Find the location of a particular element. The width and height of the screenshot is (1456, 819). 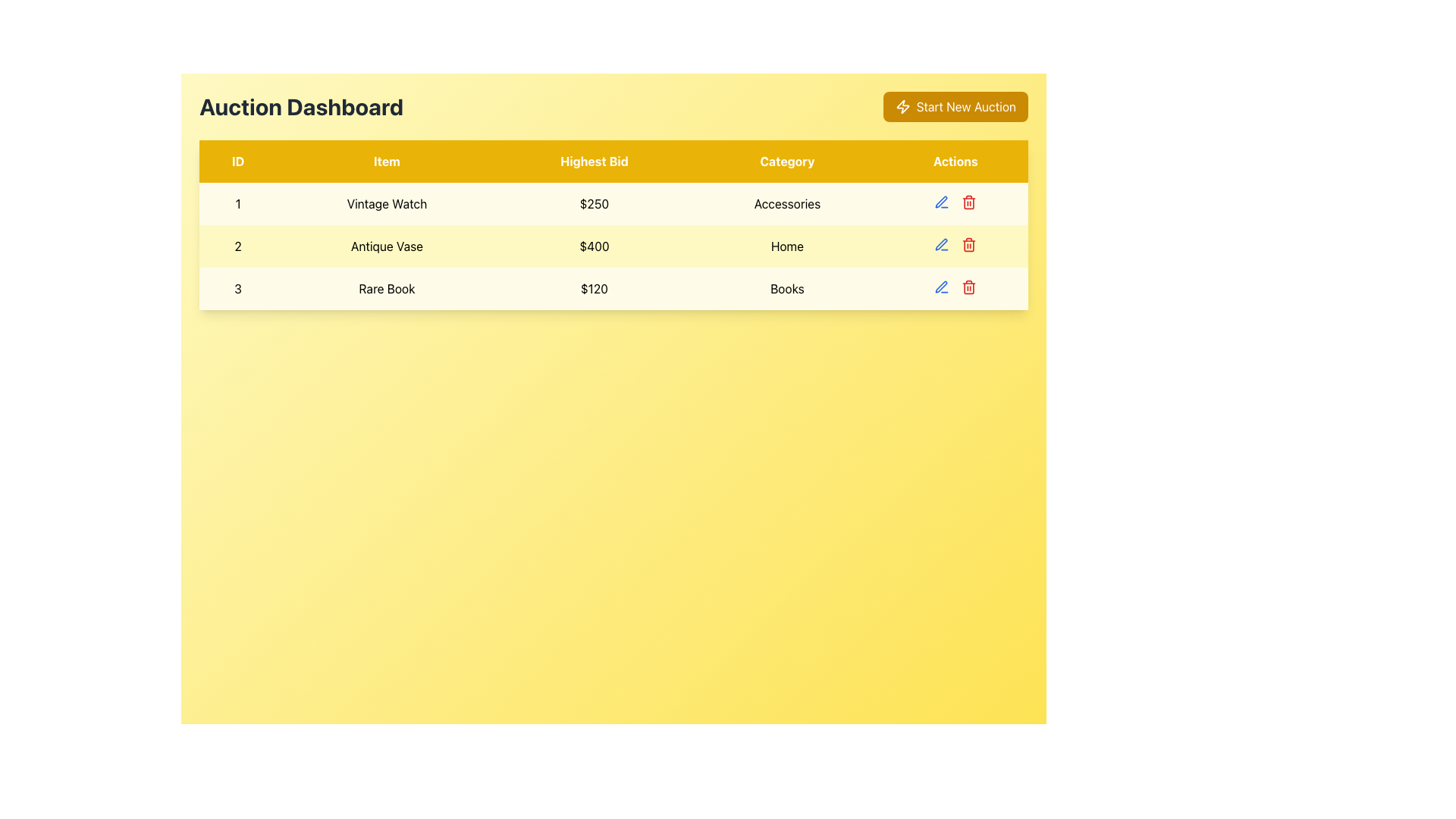

the text display showing '$120' in black on a light yellow background within the 'Highest Bid' column of the table, corresponding to '3 Rare Book Books' is located at coordinates (593, 289).